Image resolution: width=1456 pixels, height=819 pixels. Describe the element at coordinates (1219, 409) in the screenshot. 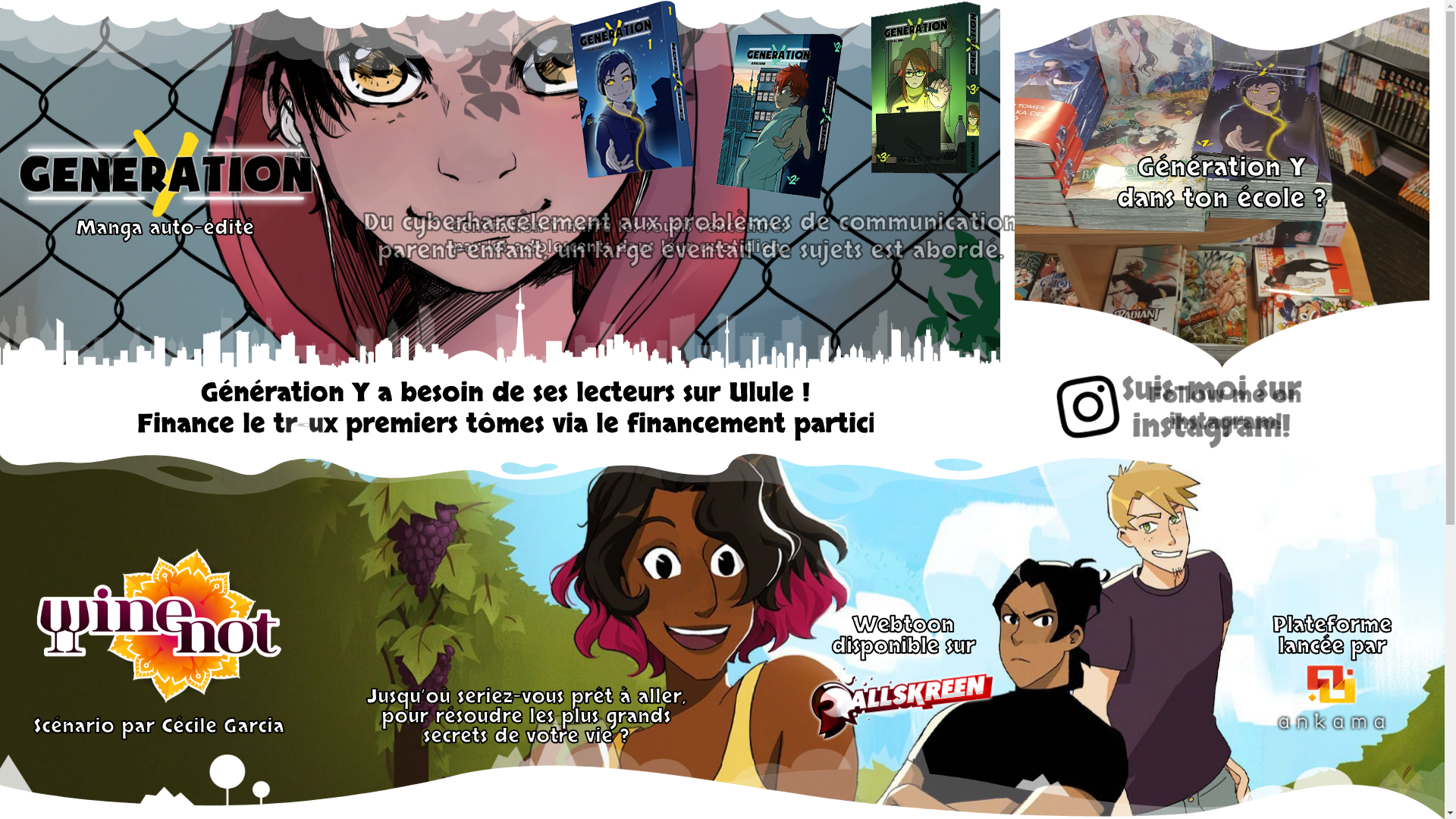

I see `'Suis-moi sur` at that location.